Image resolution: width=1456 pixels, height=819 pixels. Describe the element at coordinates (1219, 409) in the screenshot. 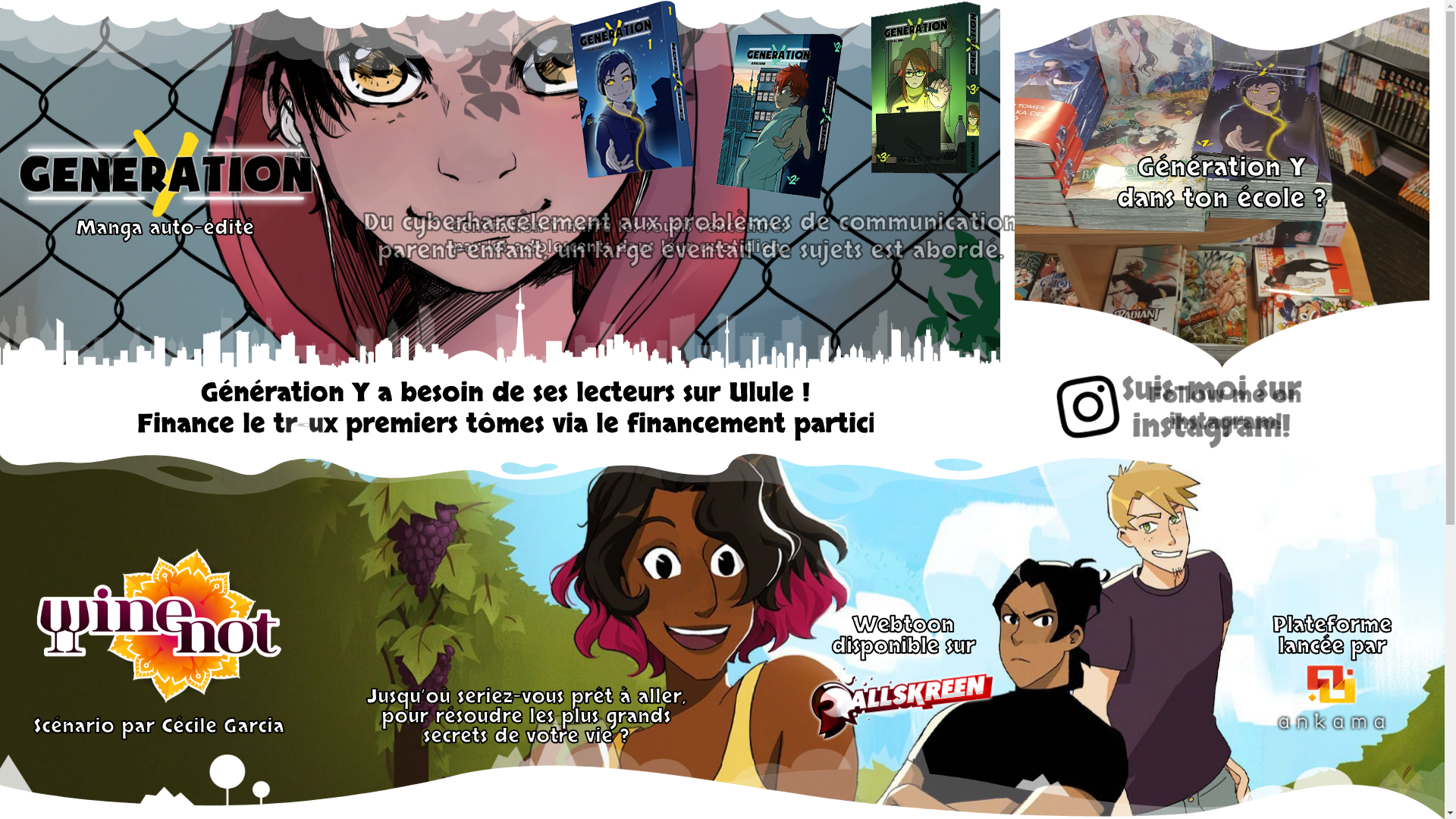

I see `'Suis-moi sur` at that location.